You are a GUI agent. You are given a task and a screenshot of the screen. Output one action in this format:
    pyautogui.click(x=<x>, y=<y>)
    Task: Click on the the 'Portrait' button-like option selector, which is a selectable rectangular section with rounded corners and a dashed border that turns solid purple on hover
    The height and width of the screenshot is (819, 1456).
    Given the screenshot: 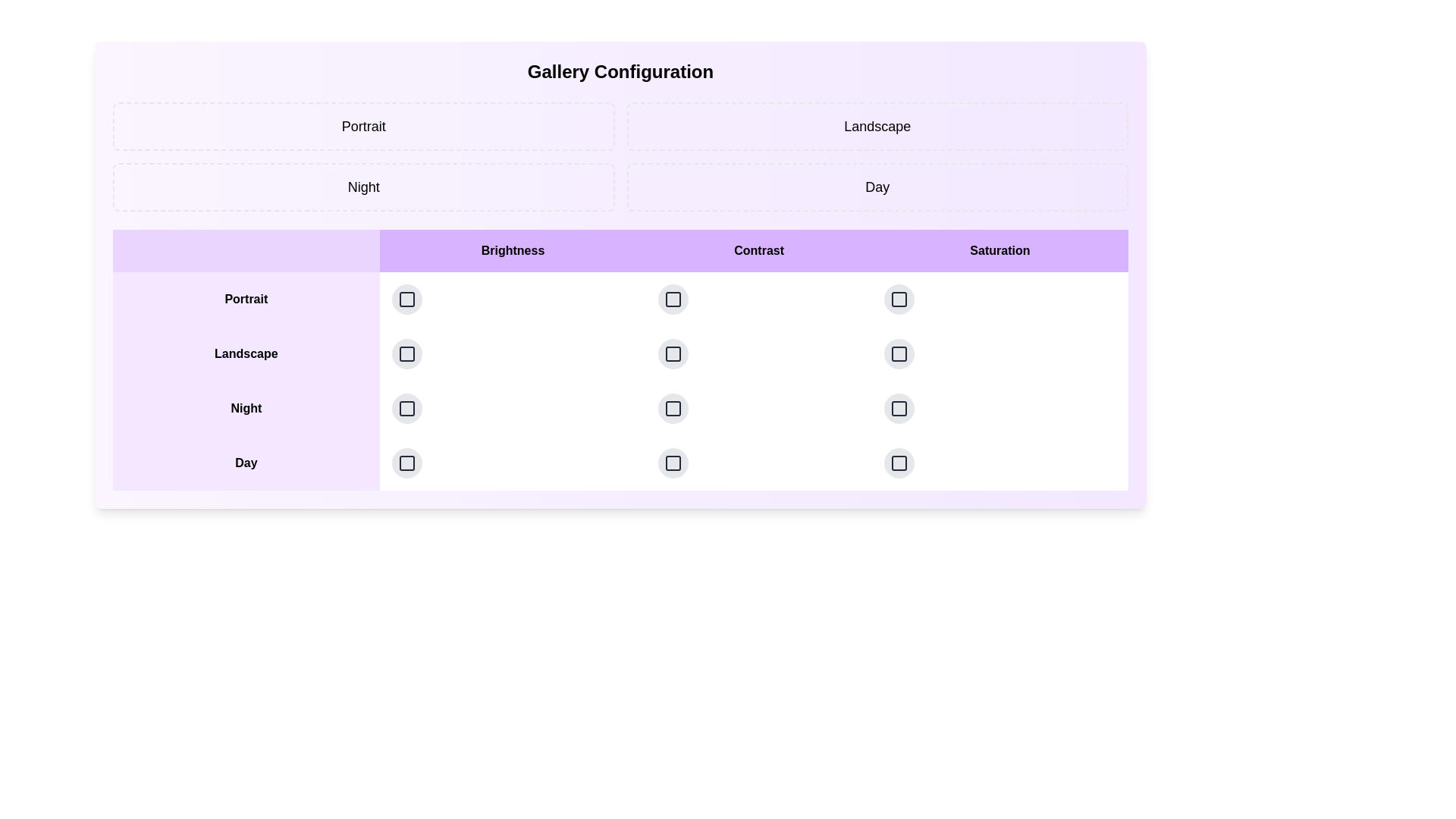 What is the action you would take?
    pyautogui.click(x=362, y=125)
    